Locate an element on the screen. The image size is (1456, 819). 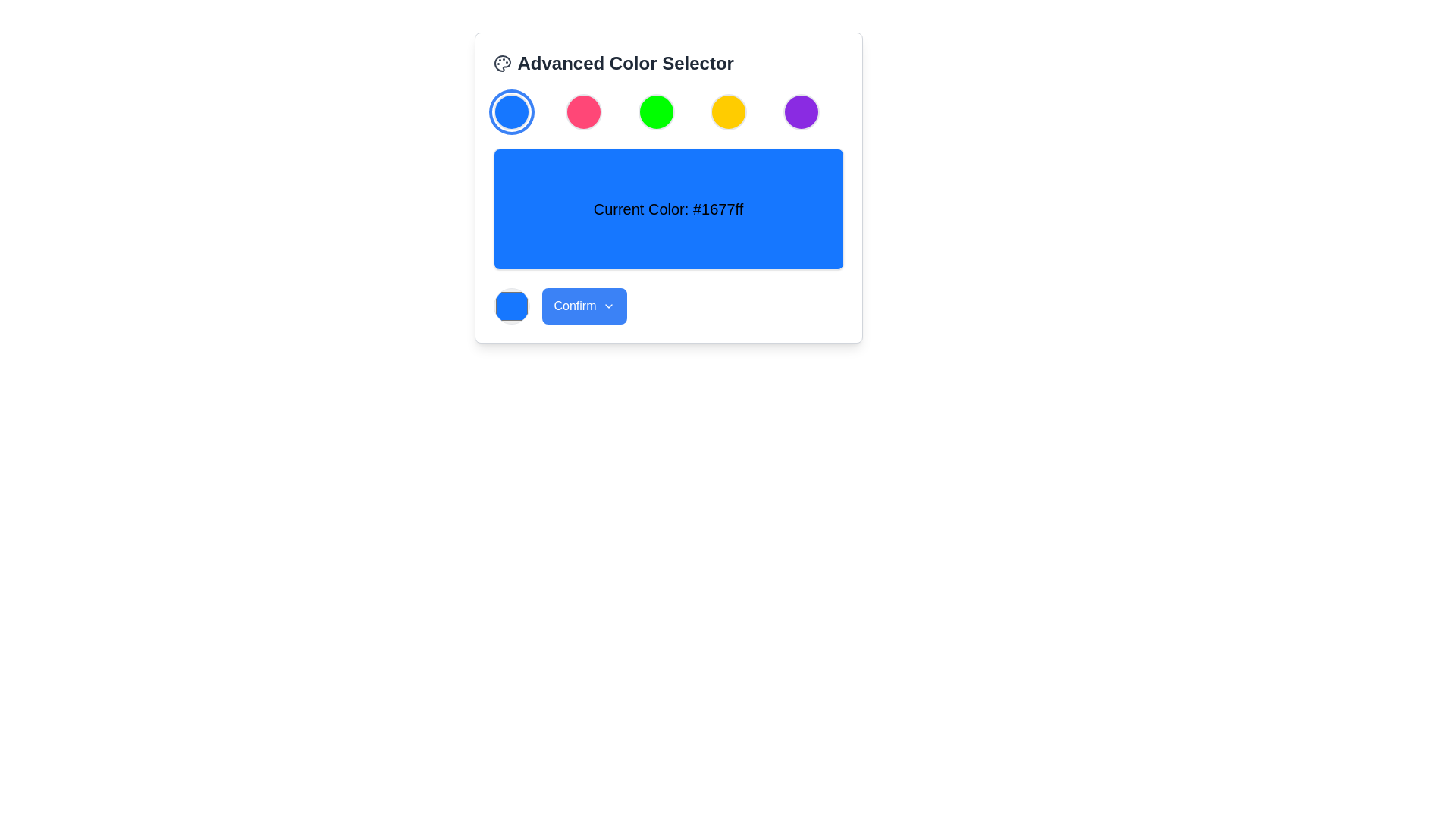
the downward-pointing chevron icon located to the right of the 'Confirm' text within the blue button is located at coordinates (608, 306).